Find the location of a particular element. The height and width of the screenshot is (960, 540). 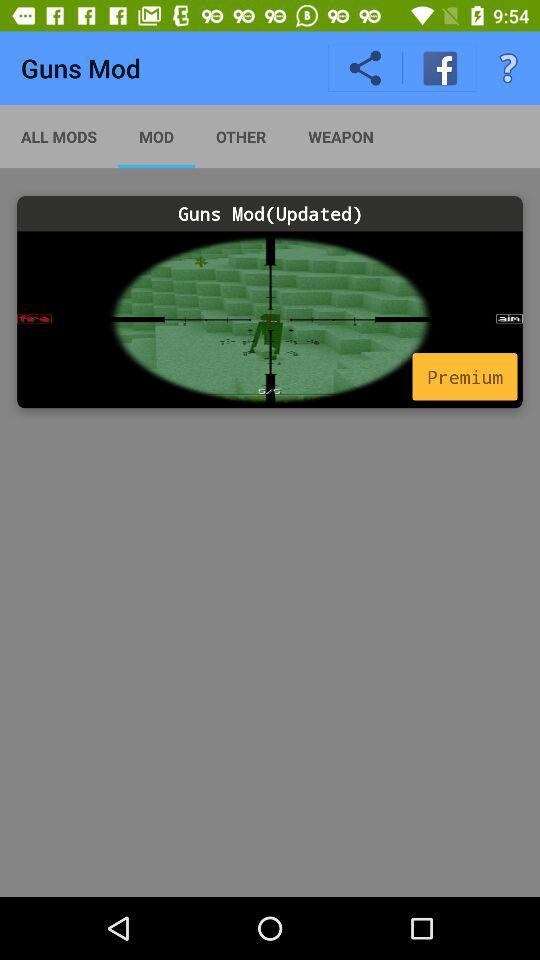

premium icon is located at coordinates (464, 375).